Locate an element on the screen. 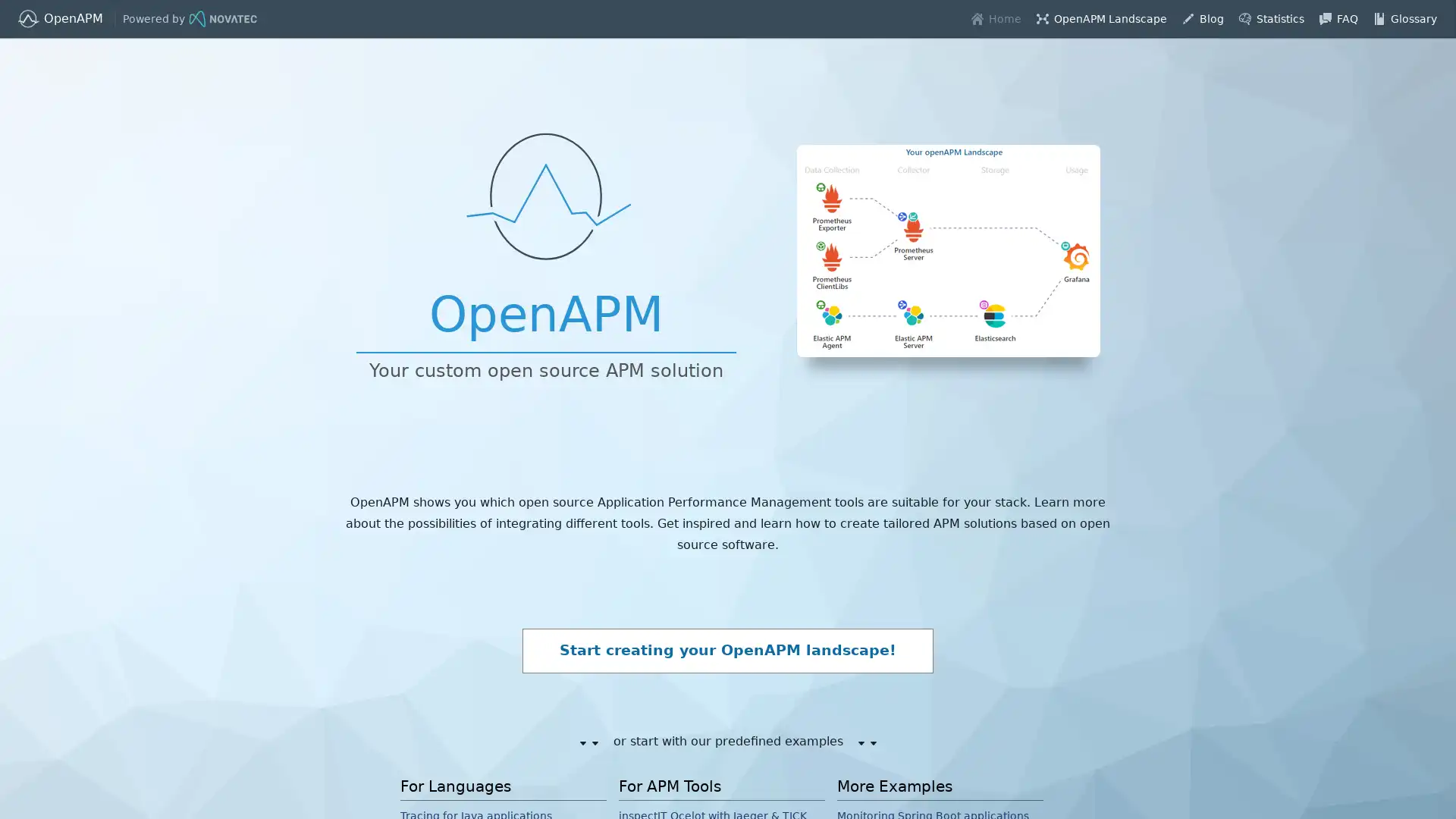 Image resolution: width=1456 pixels, height=819 pixels. book Glossary is located at coordinates (1404, 18).